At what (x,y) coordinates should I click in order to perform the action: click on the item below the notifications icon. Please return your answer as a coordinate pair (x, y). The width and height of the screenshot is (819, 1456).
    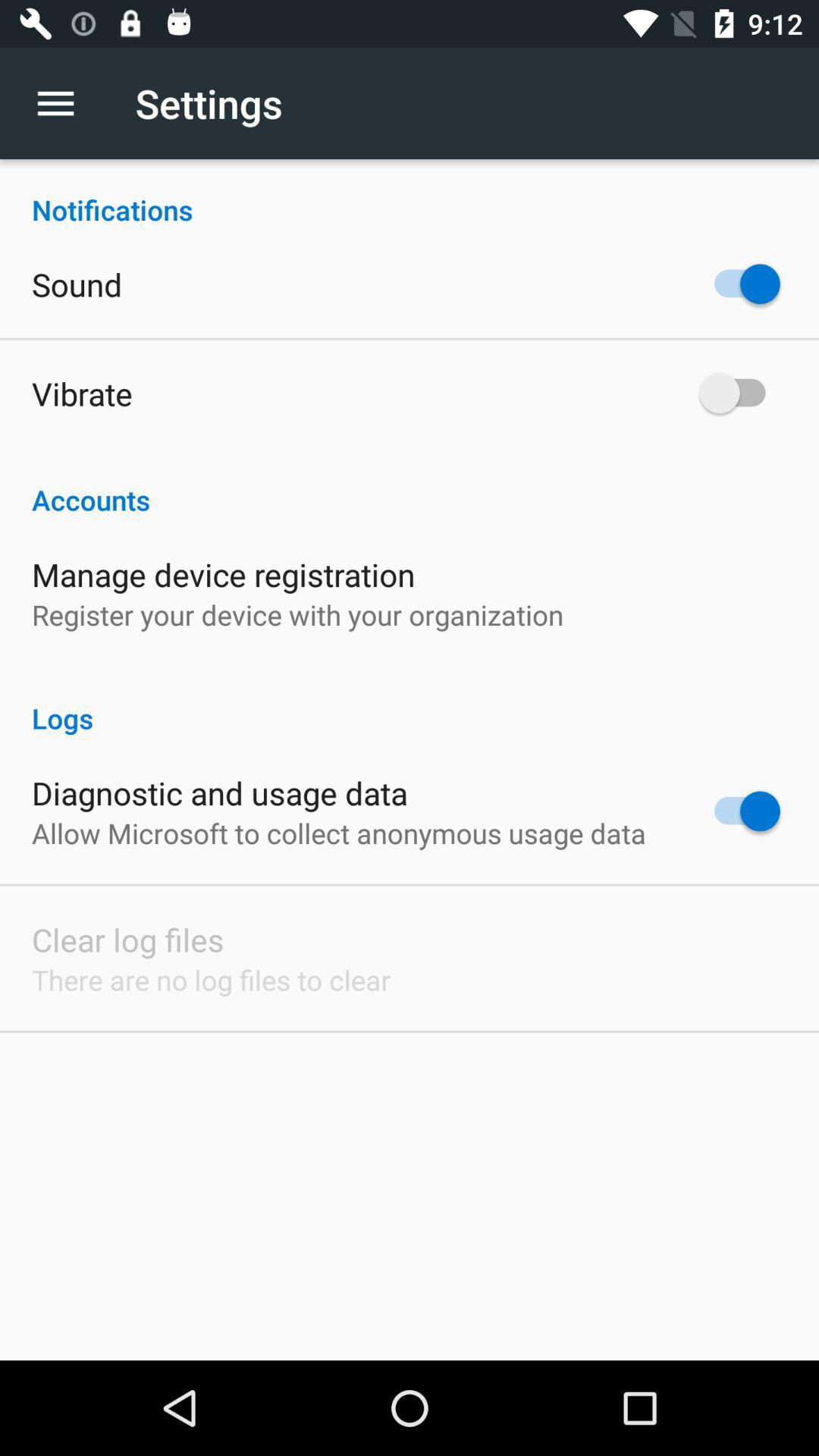
    Looking at the image, I should click on (77, 284).